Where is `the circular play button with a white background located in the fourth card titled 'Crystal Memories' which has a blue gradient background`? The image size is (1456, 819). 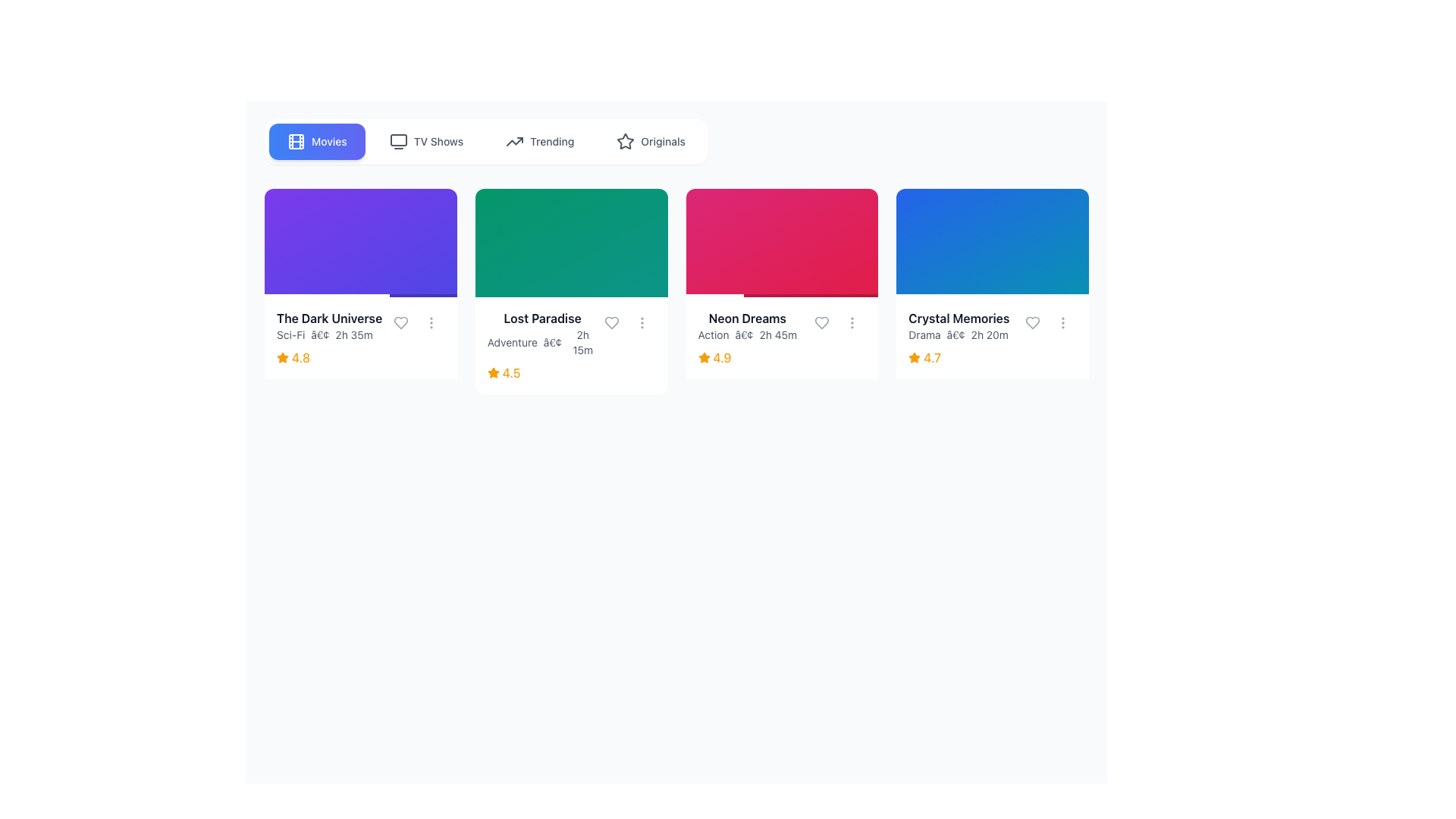
the circular play button with a white background located in the fourth card titled 'Crystal Memories' which has a blue gradient background is located at coordinates (993, 242).